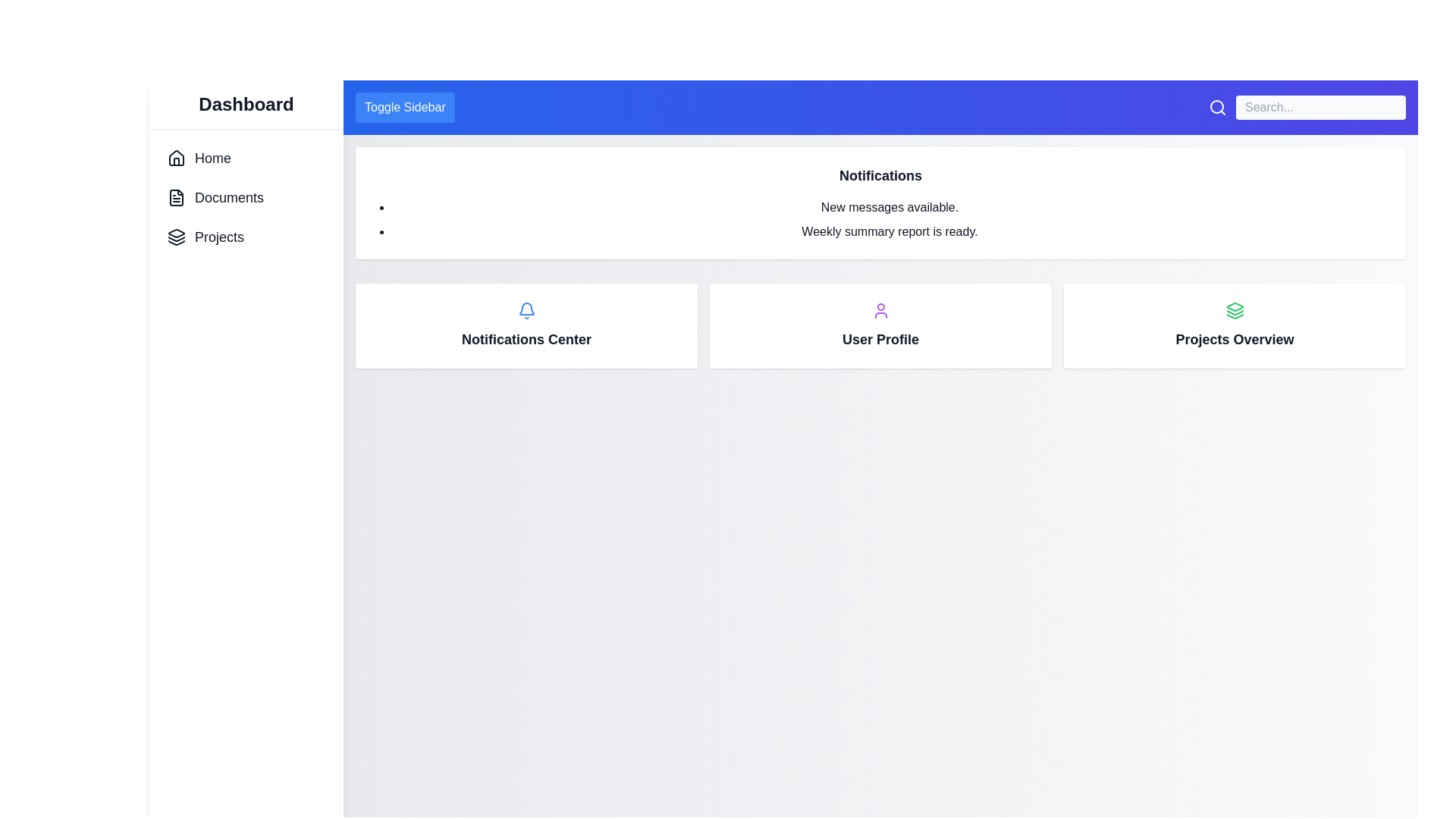  Describe the element at coordinates (199, 158) in the screenshot. I see `the 'Home' navigation button in the sidebar` at that location.